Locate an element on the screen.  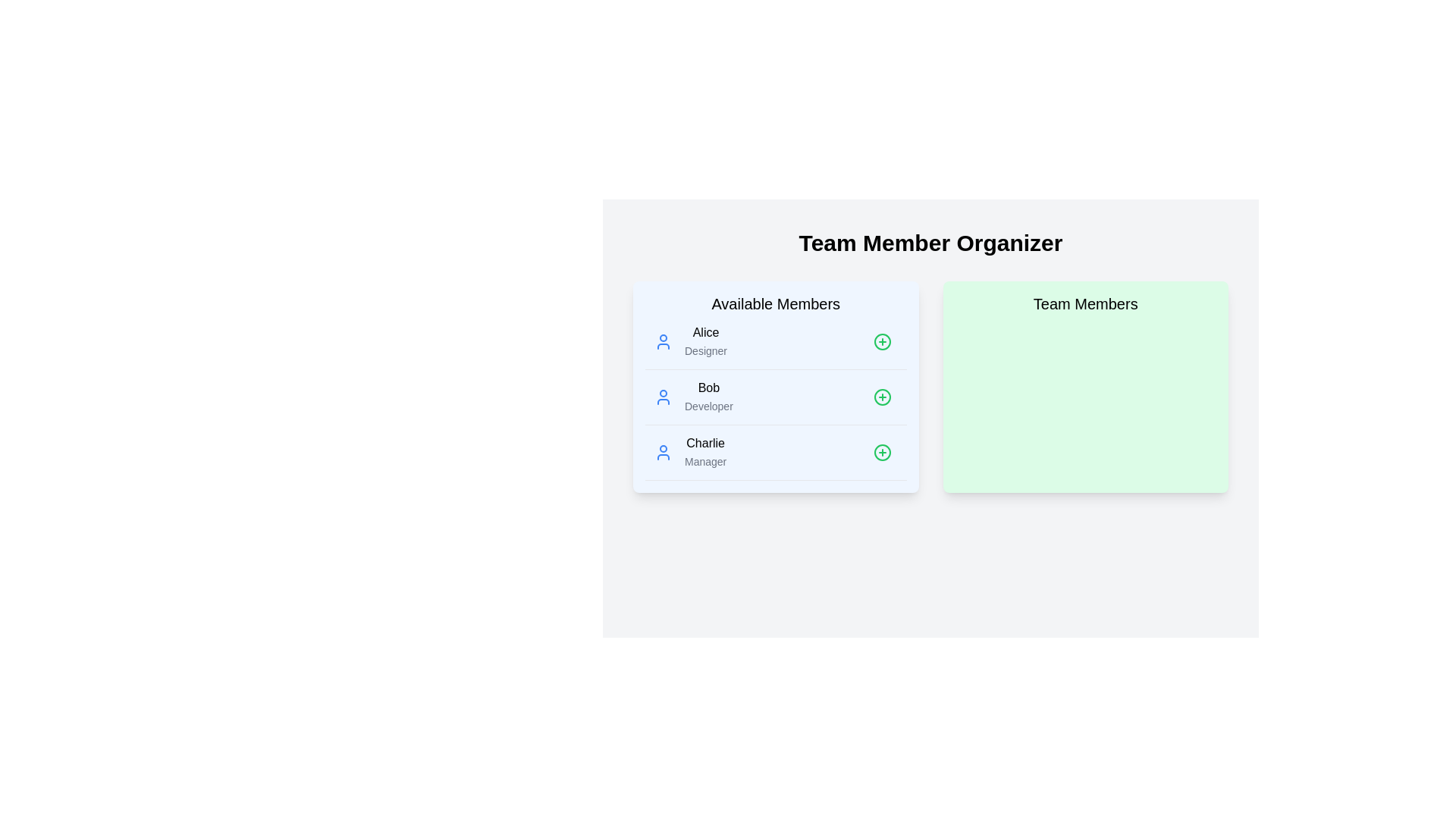
the blue user icon representing a person in the 'Available Members' section, which is located to the left of the text 'Charlie' and 'Manager' in the third row is located at coordinates (663, 452).